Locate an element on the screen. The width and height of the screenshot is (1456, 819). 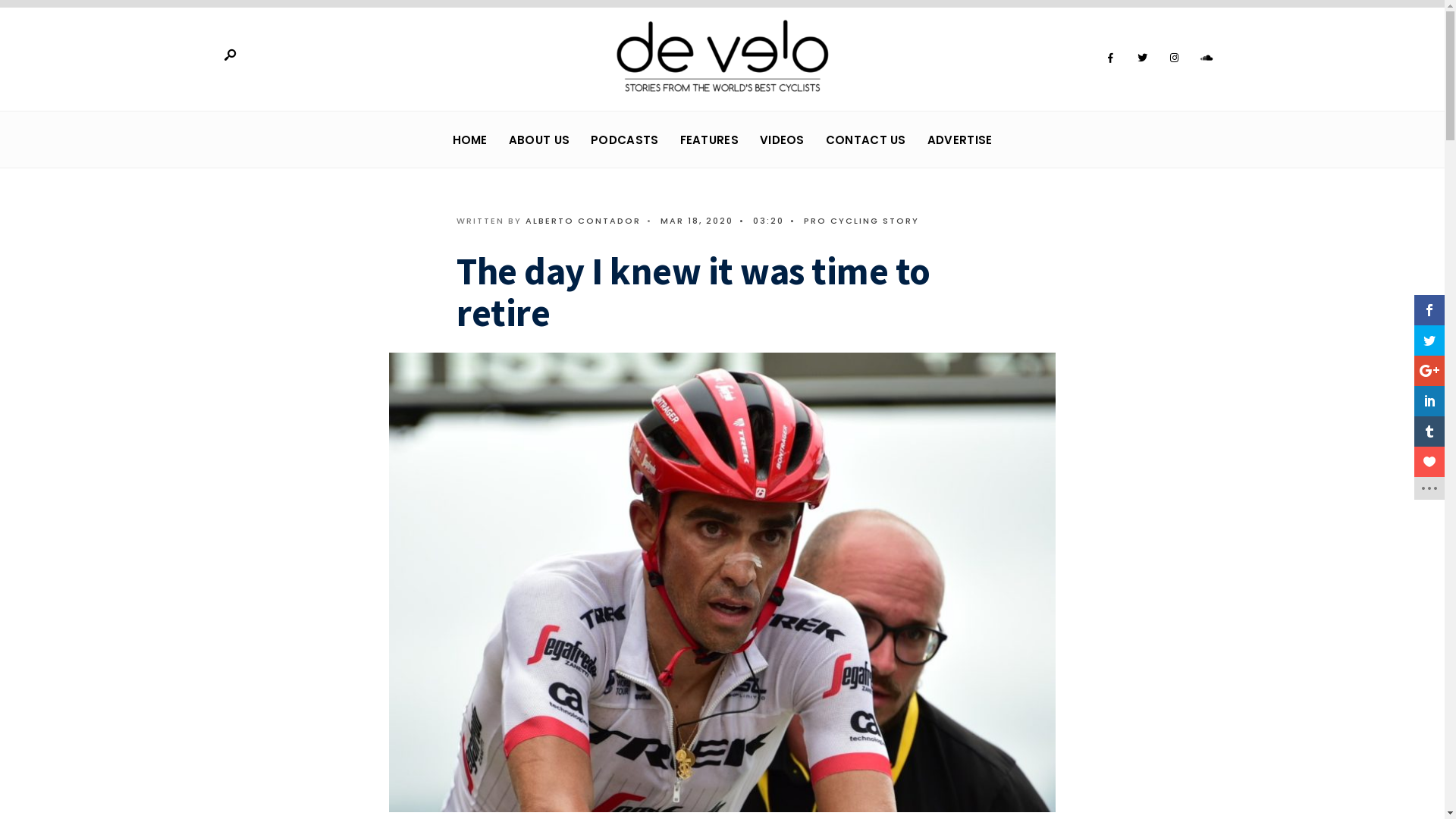
'Instagram' is located at coordinates (1160, 58).